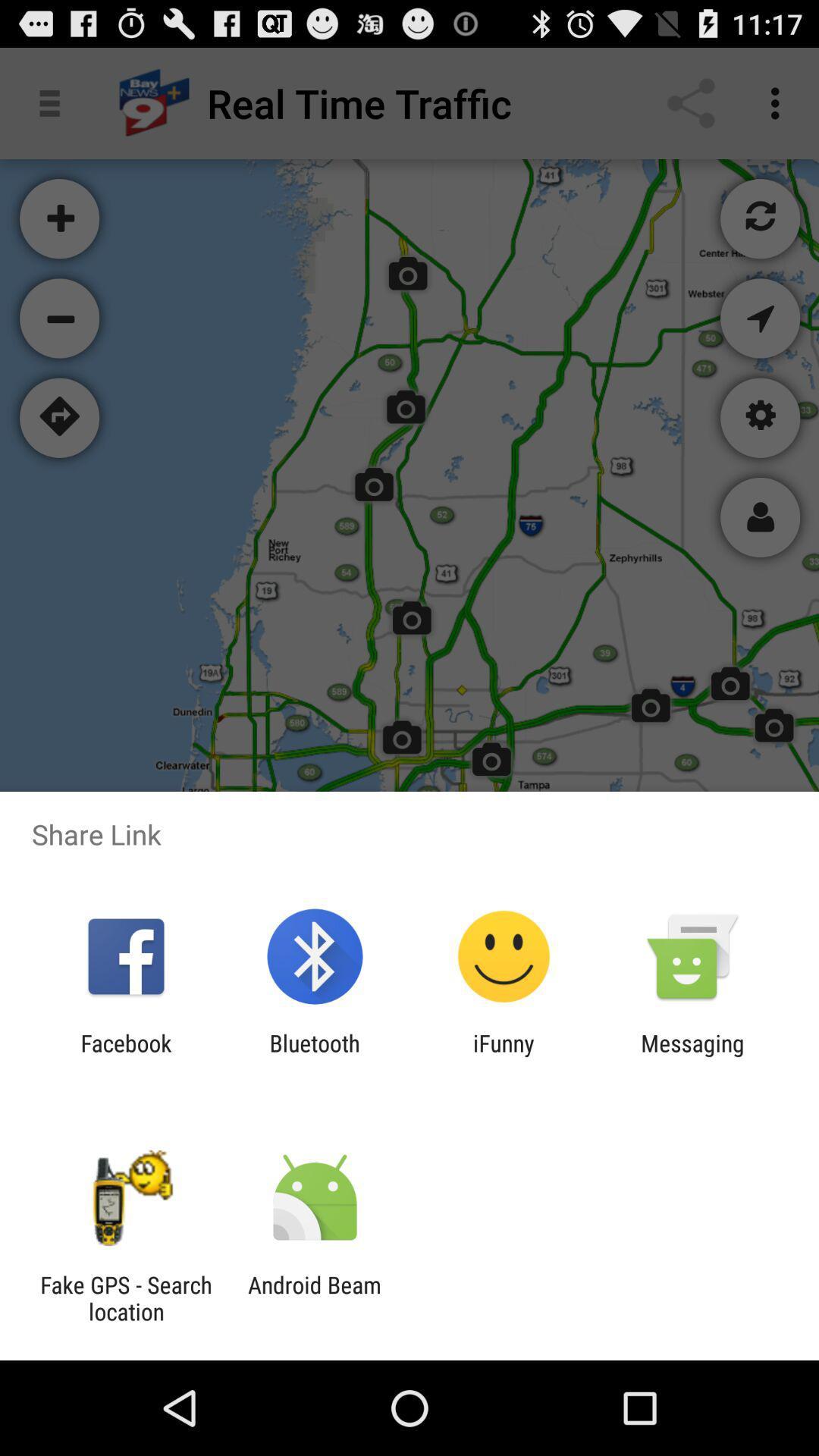  I want to click on the app to the left of ifunny, so click(314, 1056).